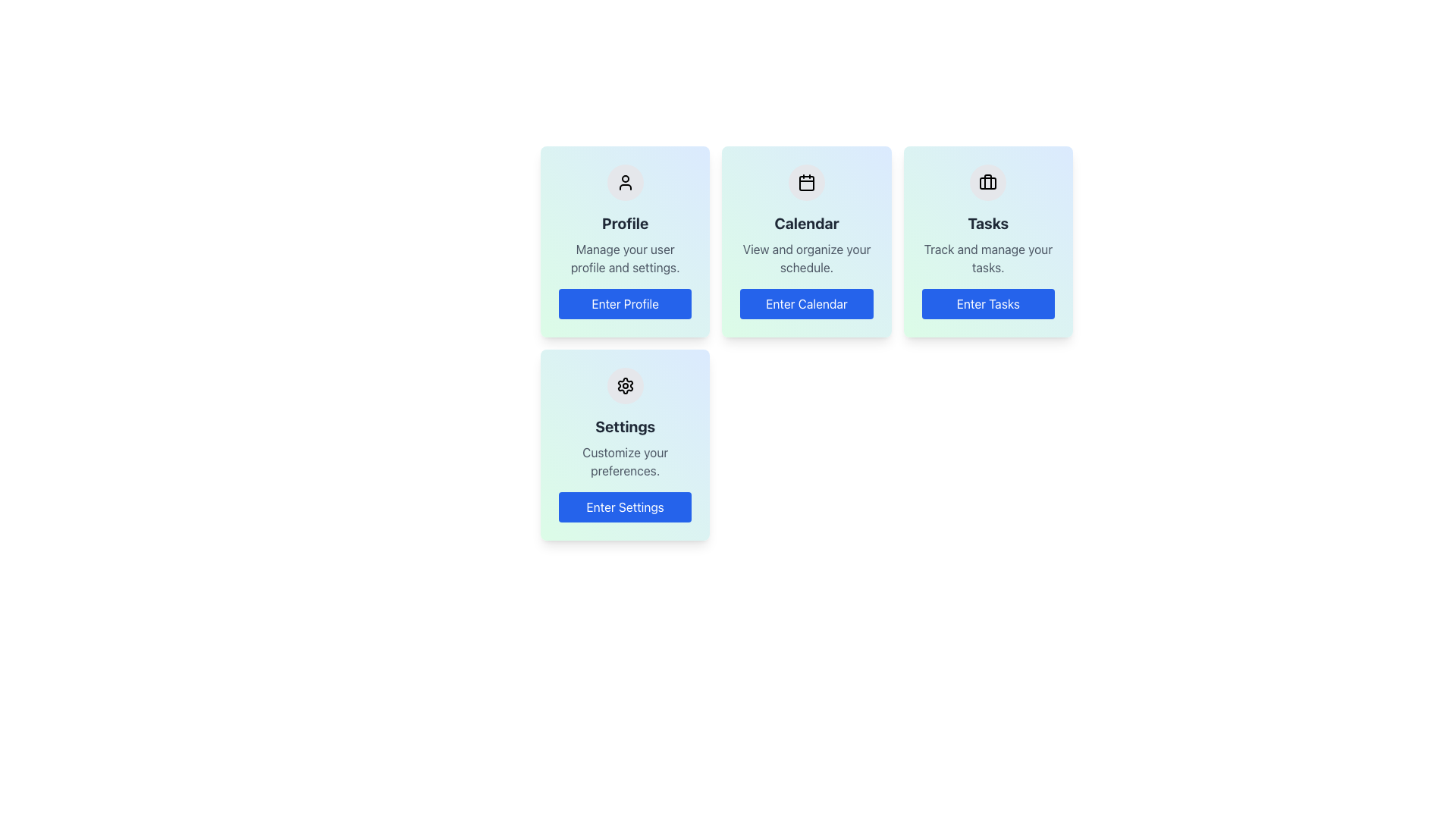  I want to click on the icon located at the top of the 'Calendar' card, which serves as a visual identifier for the Calendar feature, so click(806, 181).